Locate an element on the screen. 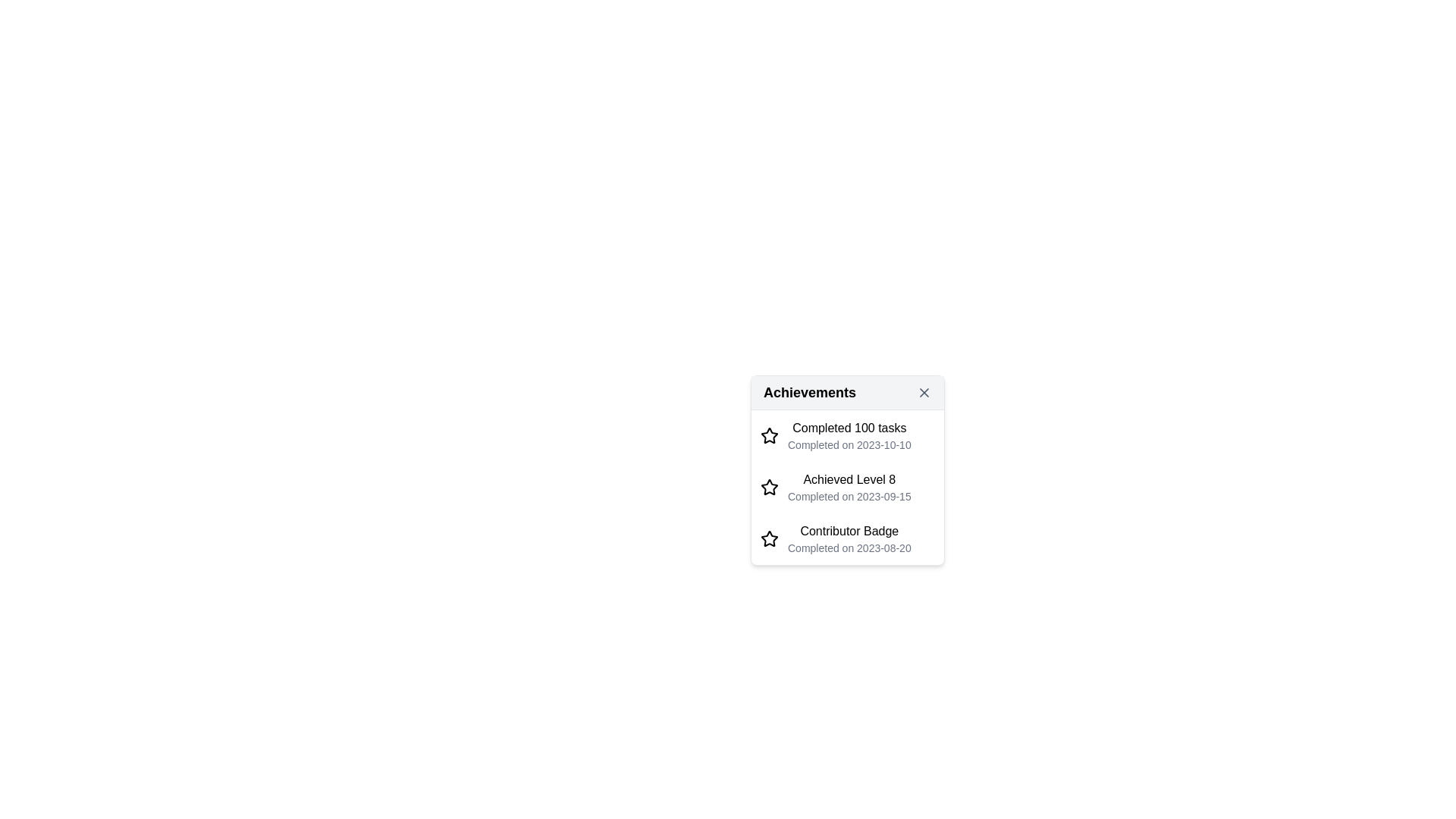 This screenshot has height=819, width=1456. the static text element displaying 'Achievements' located at the top-left corner of the achievements section is located at coordinates (809, 391).